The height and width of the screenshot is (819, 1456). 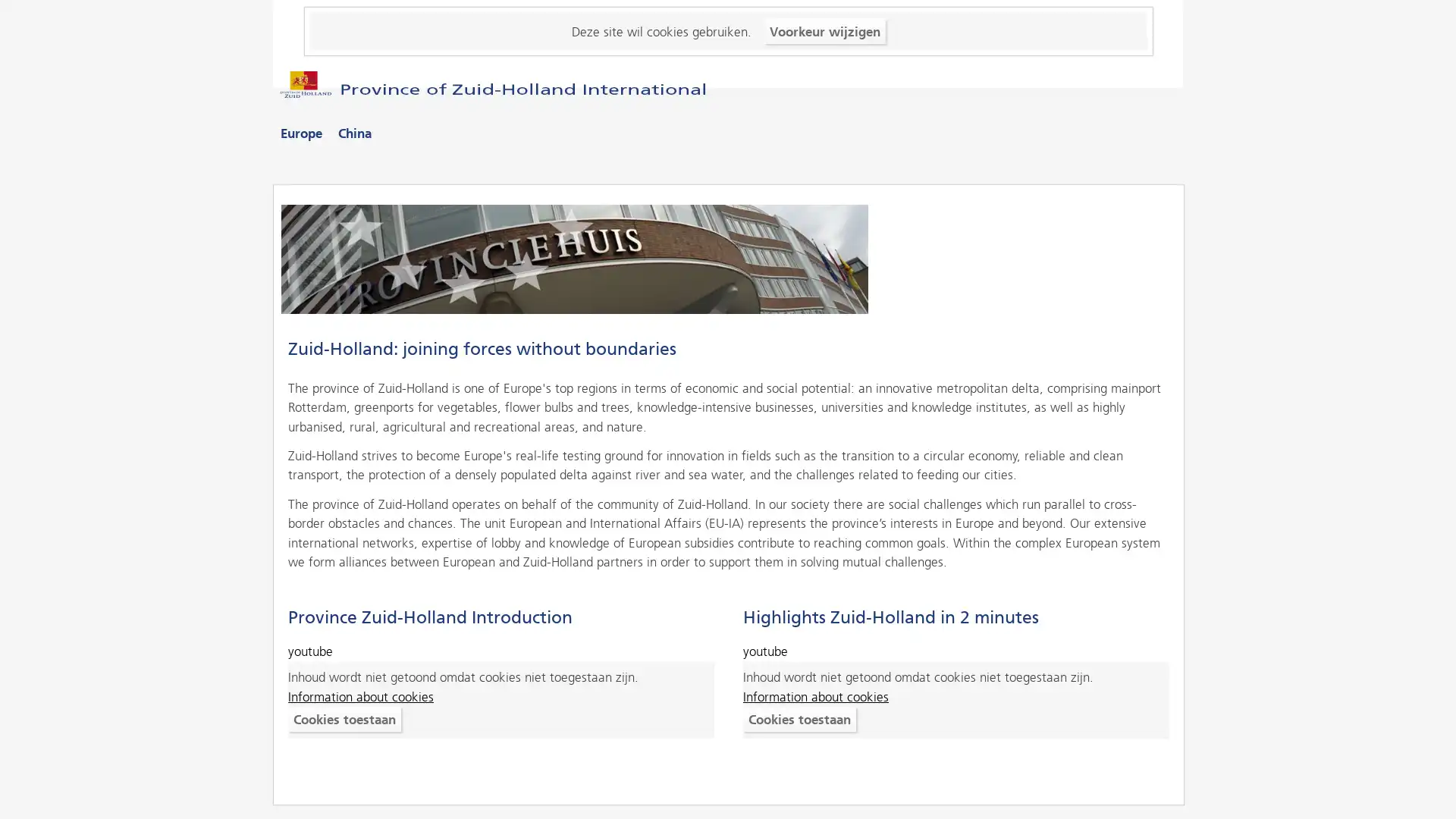 What do you see at coordinates (344, 718) in the screenshot?
I see `Cookies toestaan` at bounding box center [344, 718].